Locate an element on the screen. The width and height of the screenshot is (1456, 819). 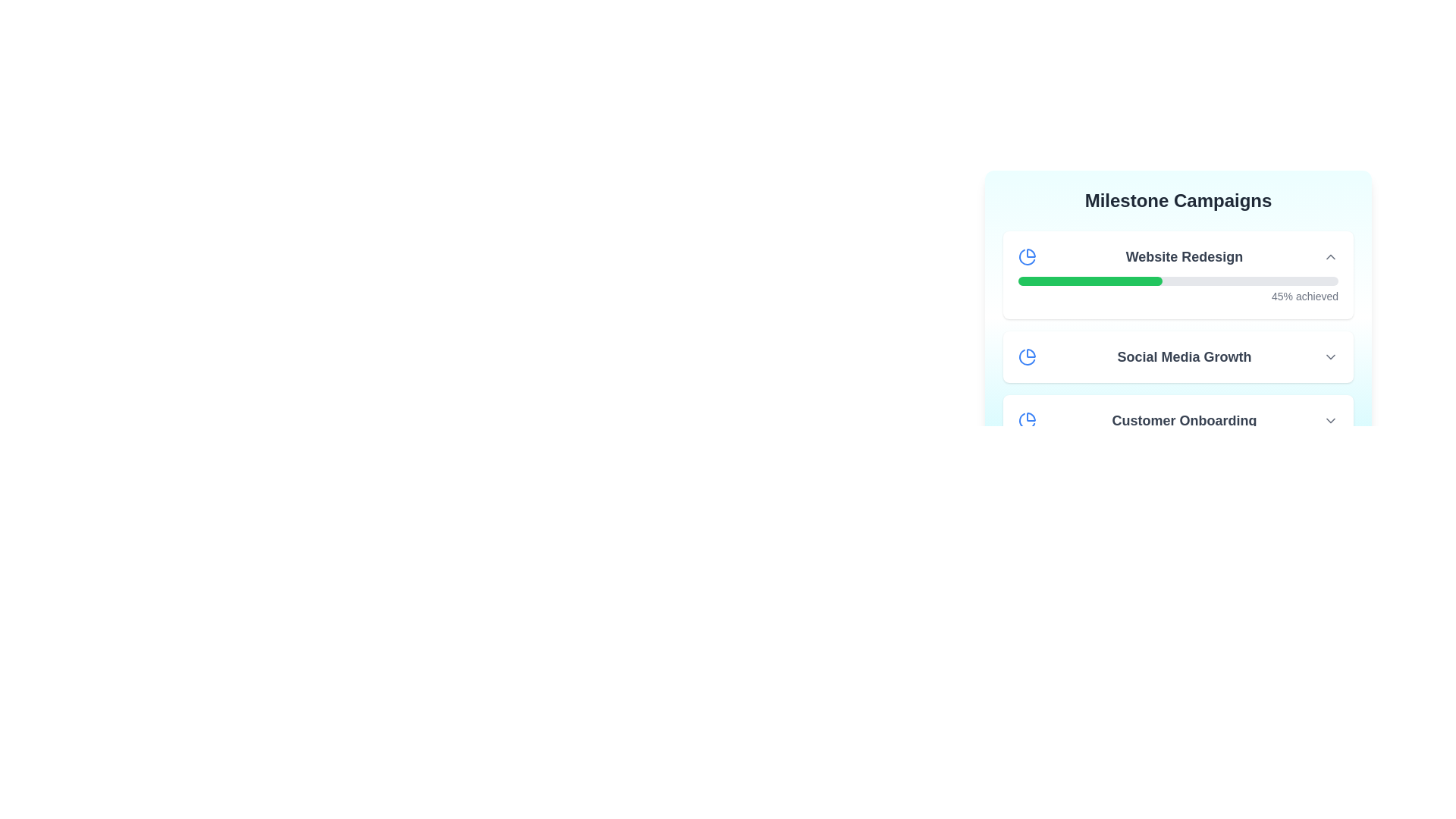
the pie chart icon with a thin blue outline located in the 'Website Redesign' section of the 'Milestone Campaigns' widget, positioned directly before the text label 'Website Redesign' is located at coordinates (1027, 256).